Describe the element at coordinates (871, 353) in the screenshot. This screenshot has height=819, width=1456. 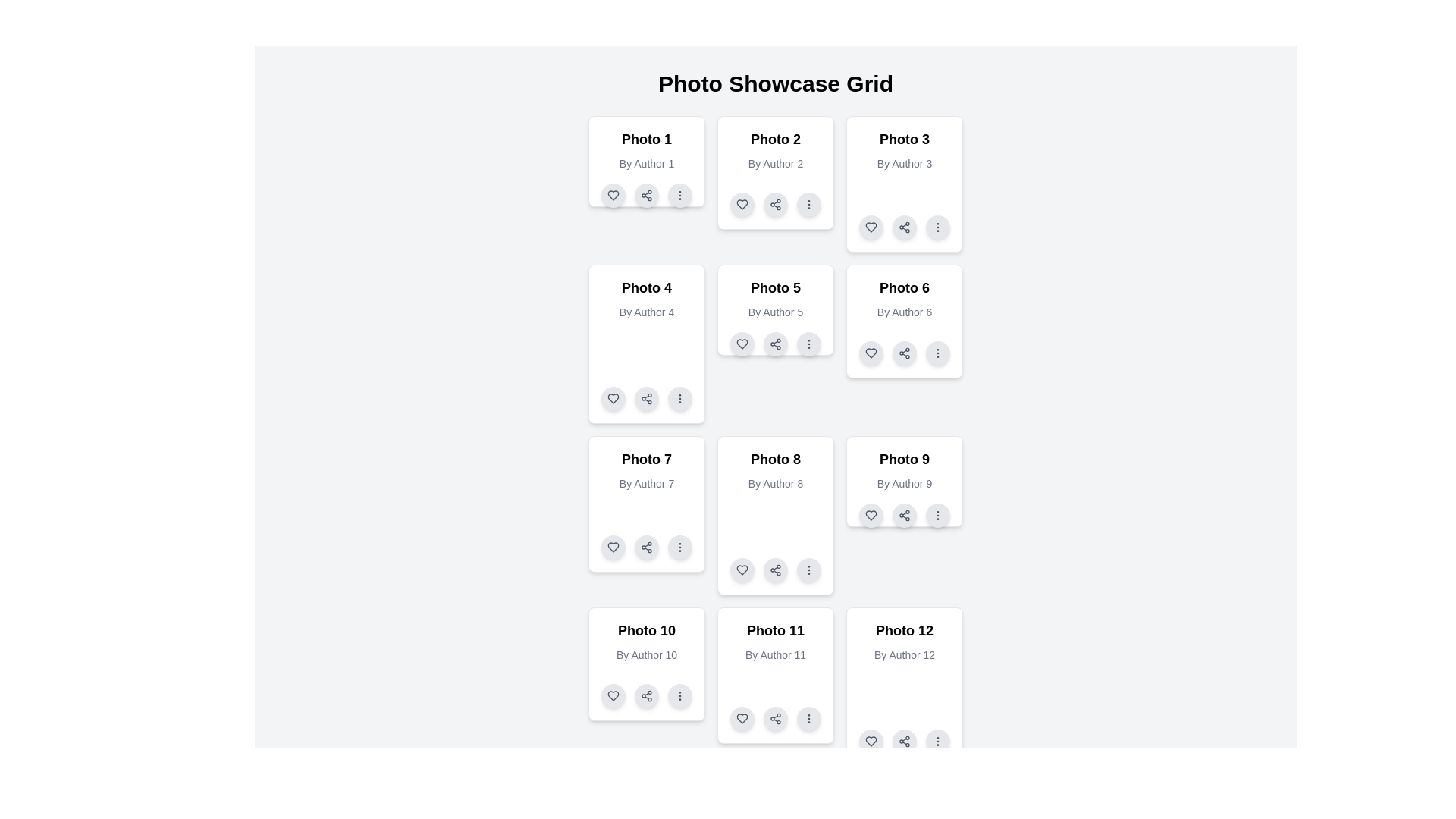
I see `the heart-shaped 'like' button located under the card titled 'Photo 6' in the photo showcase grid` at that location.